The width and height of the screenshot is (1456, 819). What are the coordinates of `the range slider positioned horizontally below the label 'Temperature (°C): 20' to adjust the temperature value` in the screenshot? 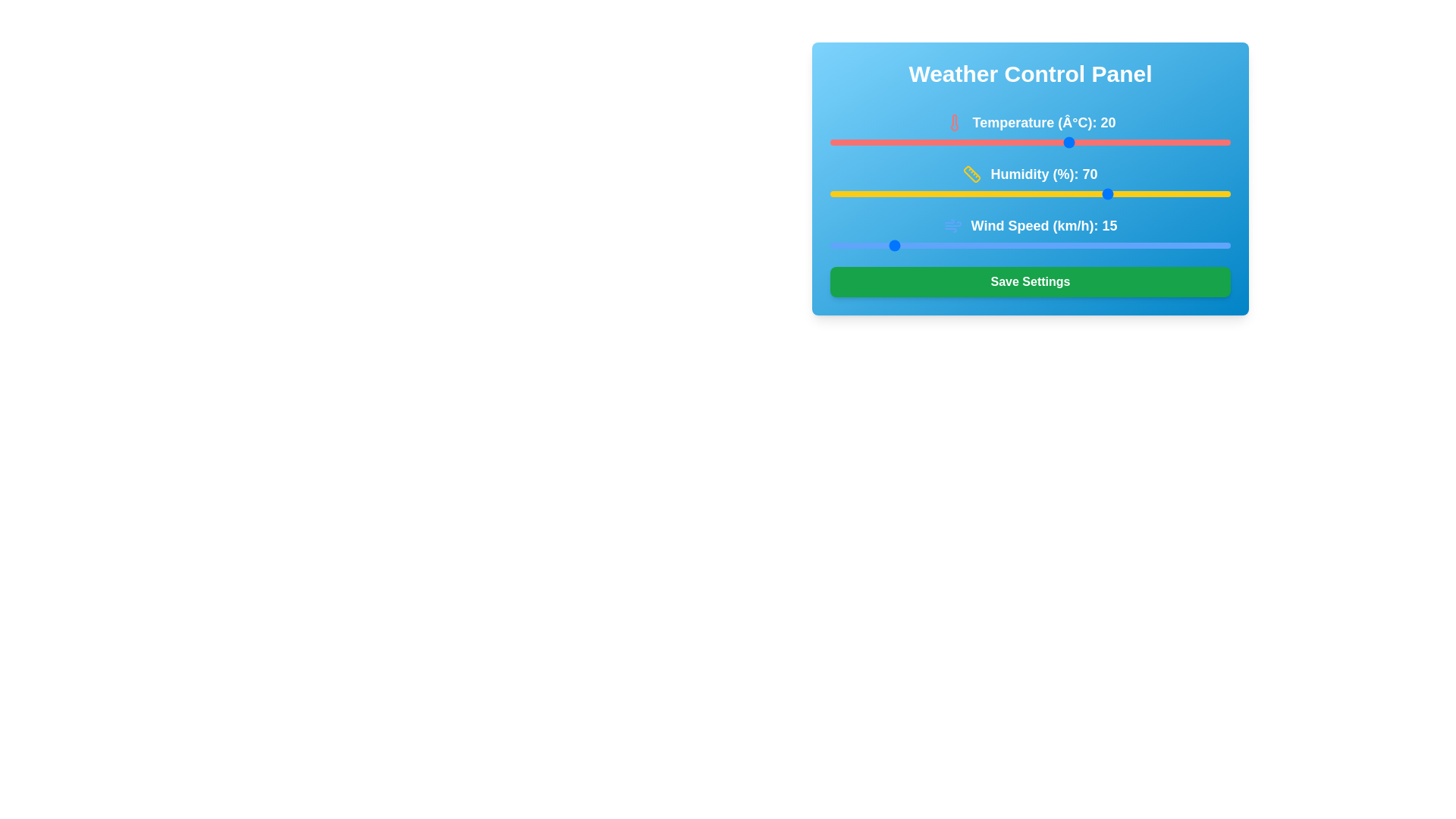 It's located at (1030, 143).